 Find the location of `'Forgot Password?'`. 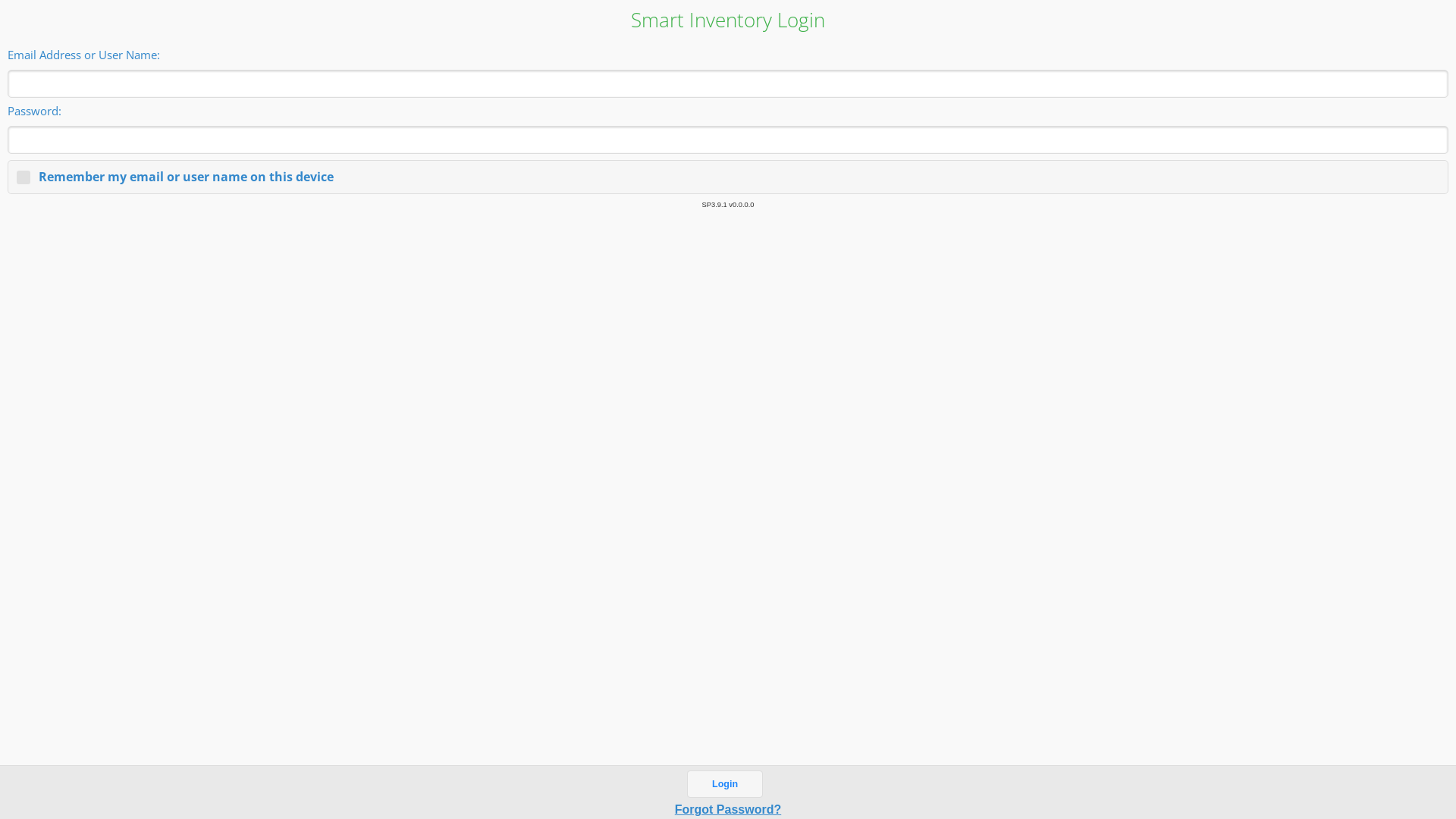

'Forgot Password?' is located at coordinates (728, 808).